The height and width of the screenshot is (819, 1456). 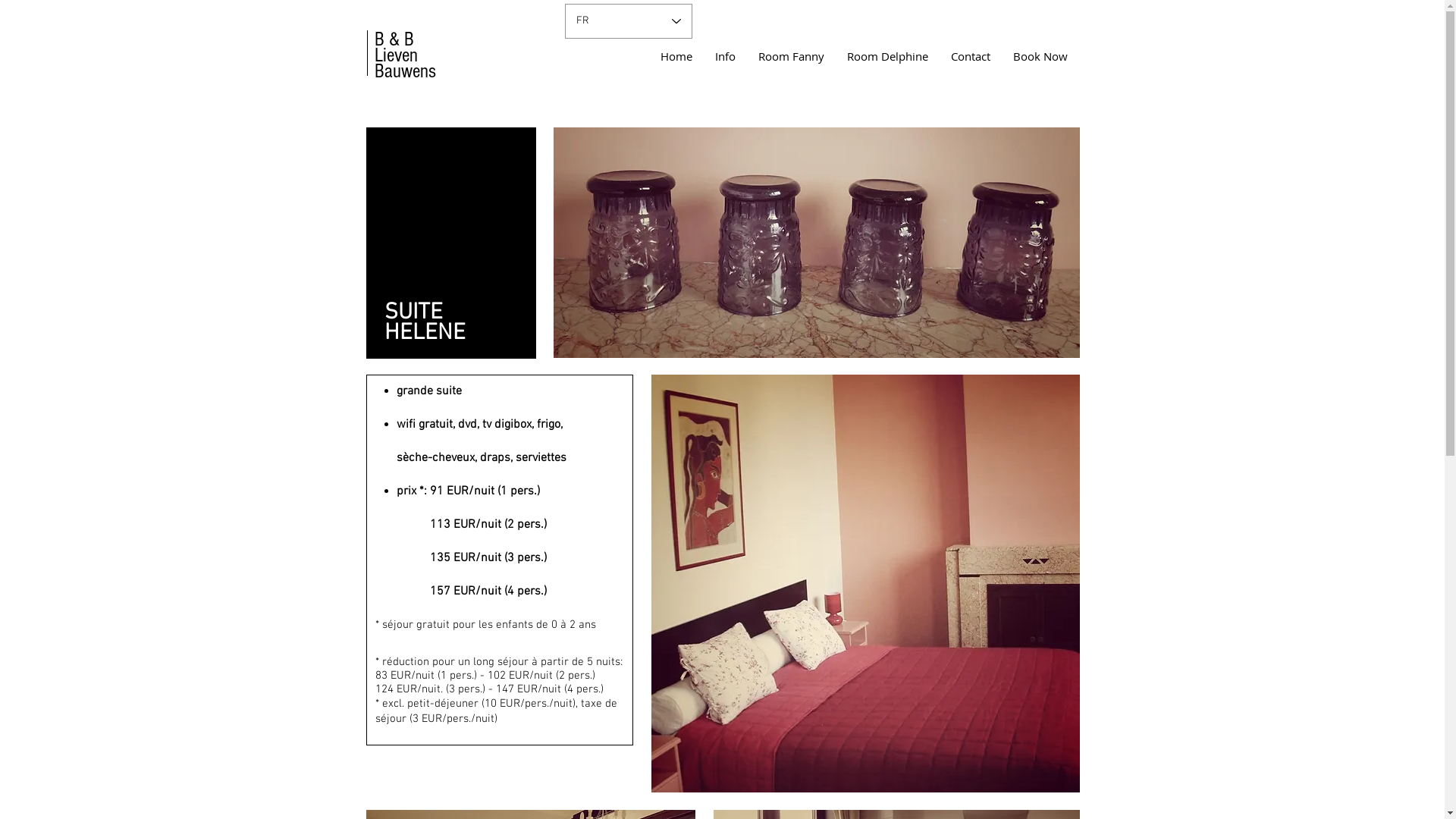 I want to click on 'Room Fanny', so click(x=789, y=55).